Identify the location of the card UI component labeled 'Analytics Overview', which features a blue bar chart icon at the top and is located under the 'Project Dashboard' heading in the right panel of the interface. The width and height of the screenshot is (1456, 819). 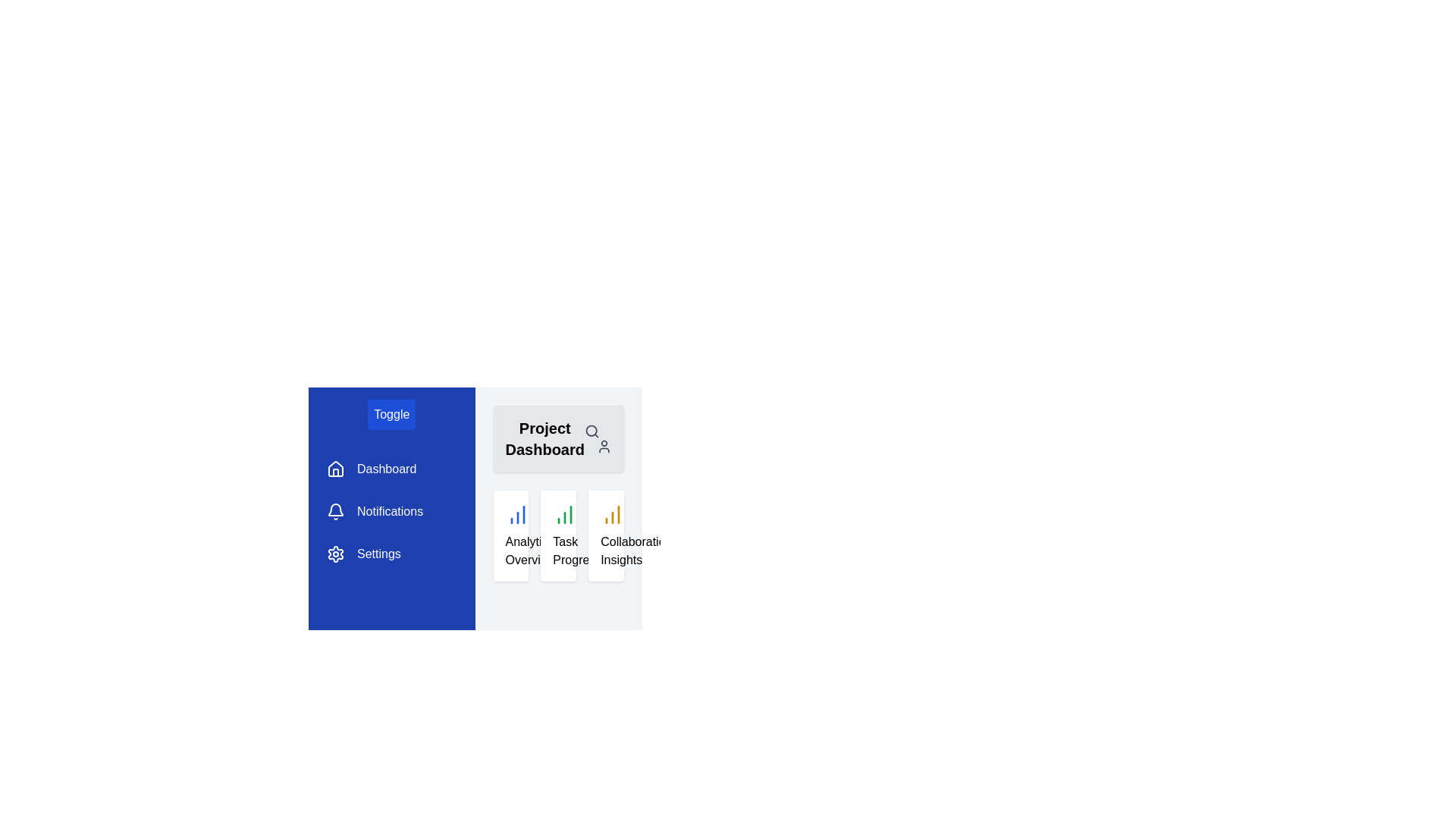
(510, 535).